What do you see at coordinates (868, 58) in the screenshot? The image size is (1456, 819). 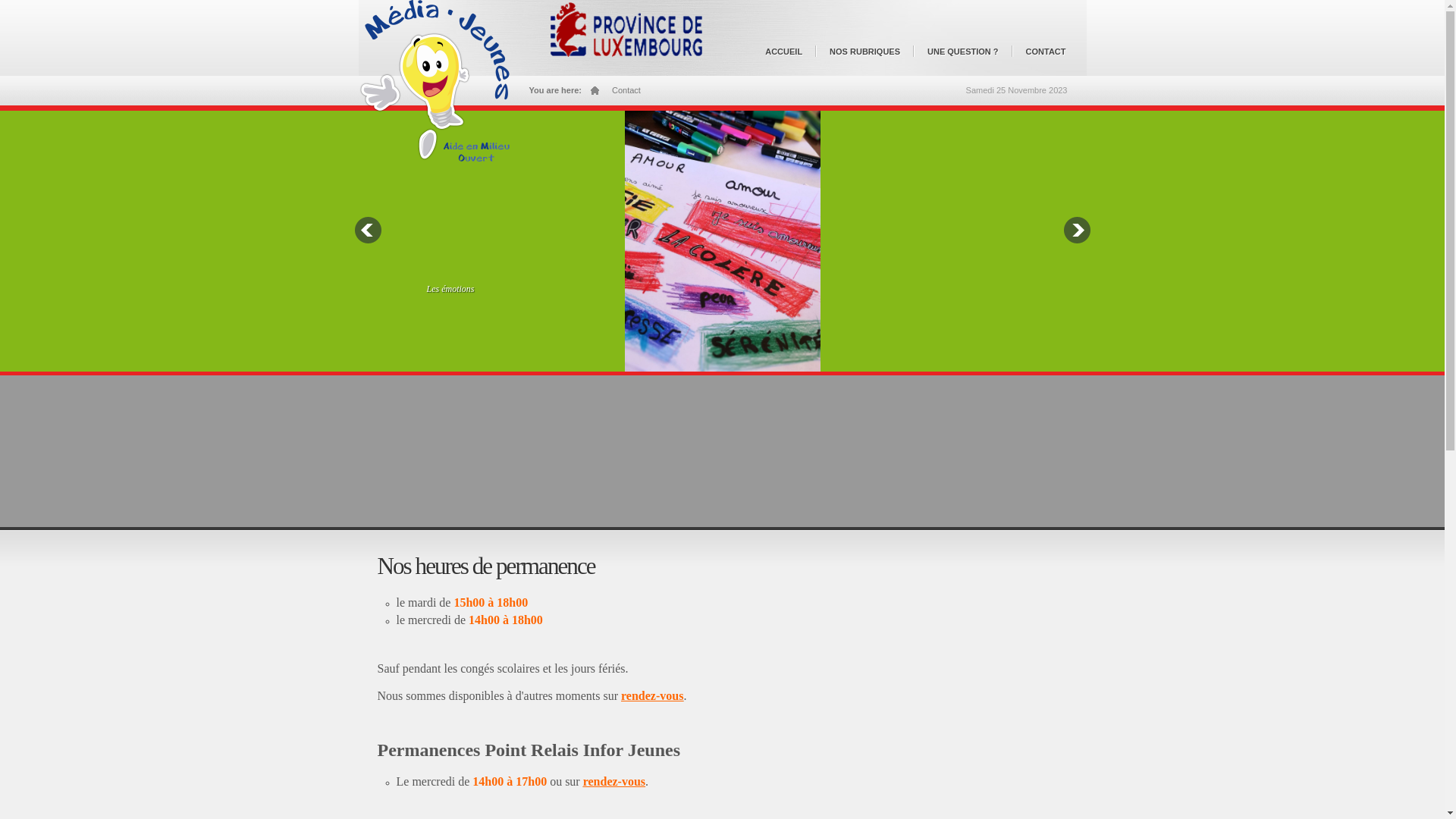 I see `'NOS RUBRIQUES'` at bounding box center [868, 58].